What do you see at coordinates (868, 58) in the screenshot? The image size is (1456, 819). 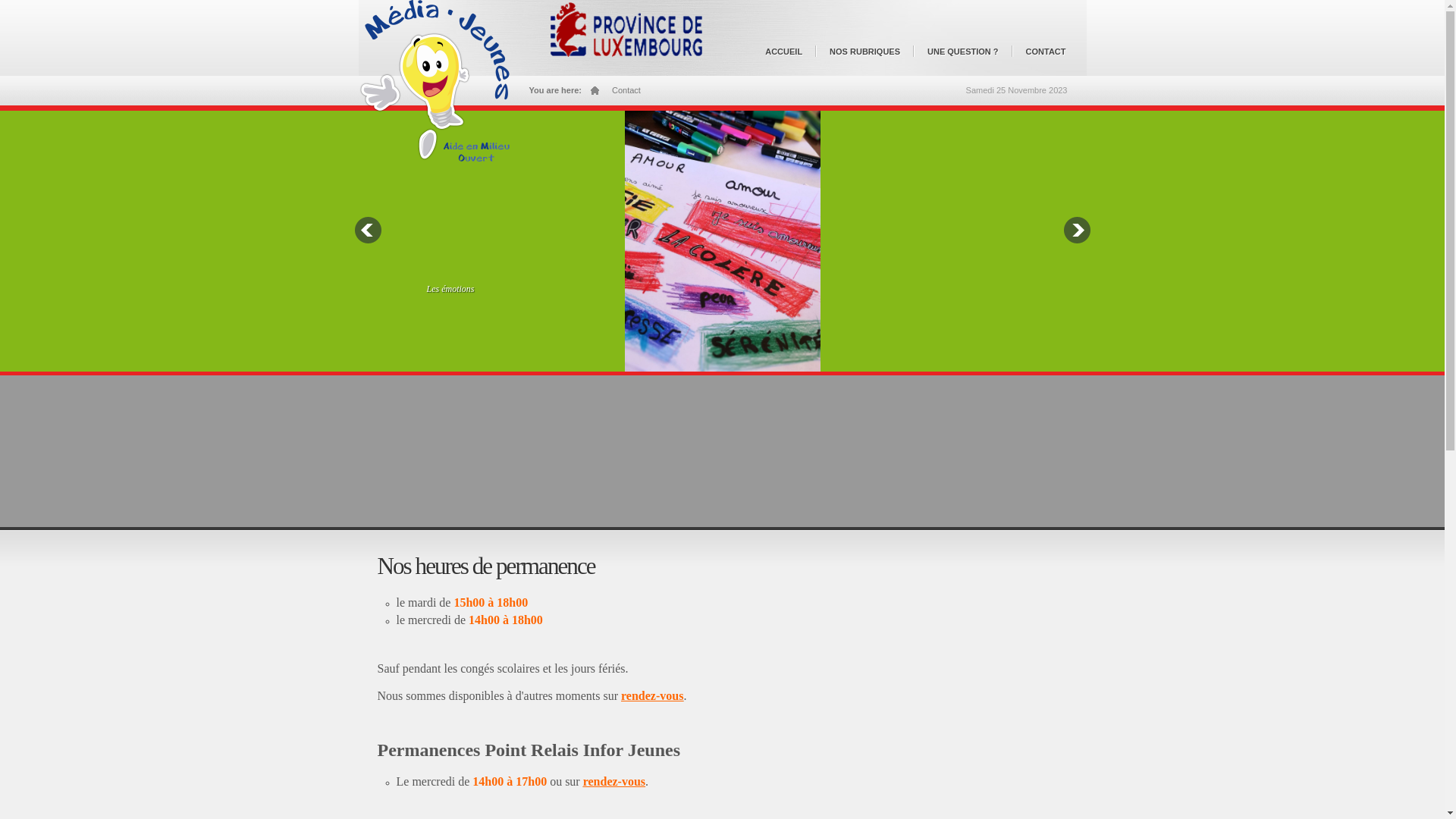 I see `'NOS RUBRIQUES'` at bounding box center [868, 58].